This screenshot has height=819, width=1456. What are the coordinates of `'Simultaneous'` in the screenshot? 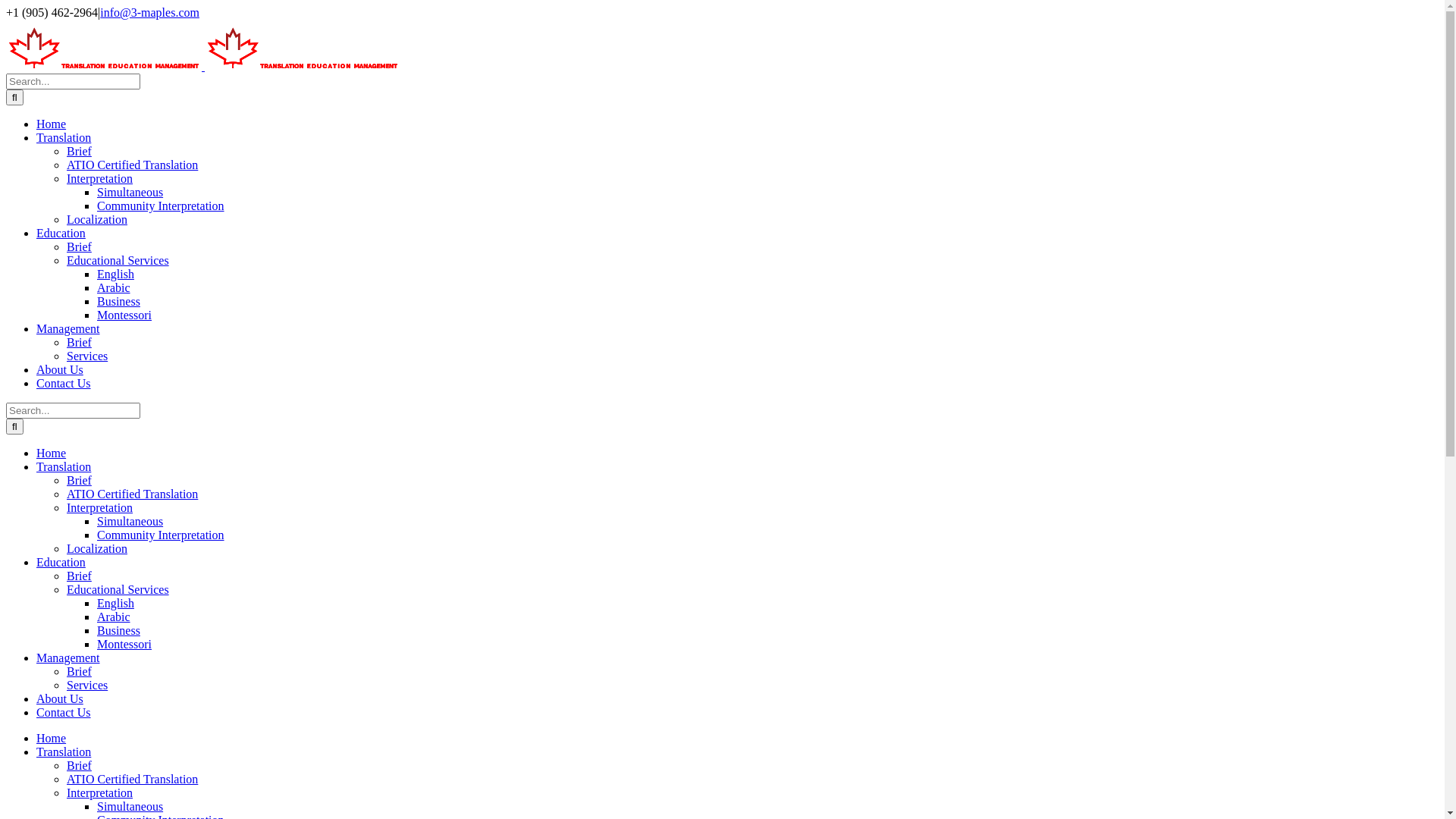 It's located at (130, 520).